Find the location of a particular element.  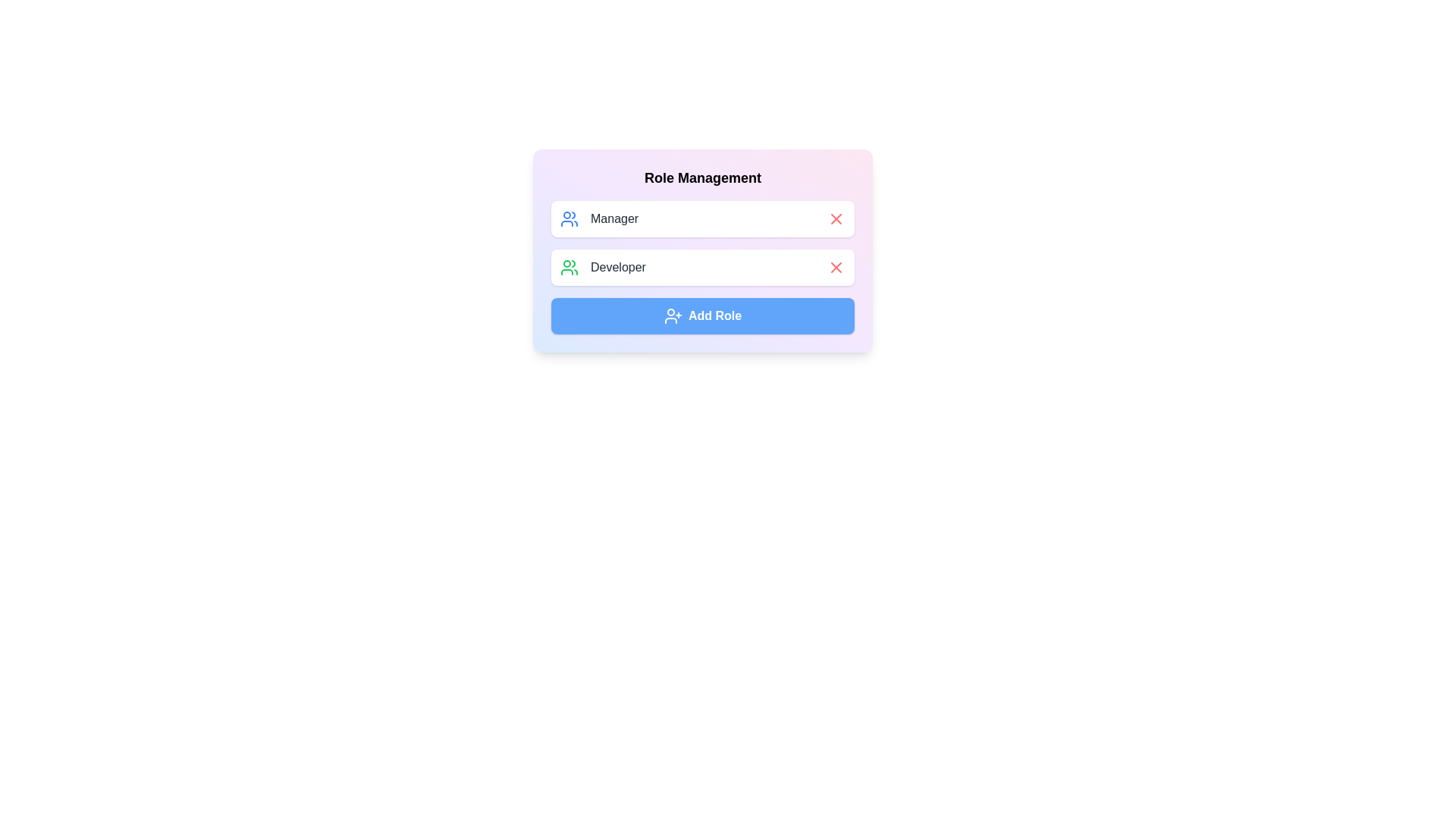

the 'Add Role' button to add a new role is located at coordinates (701, 315).